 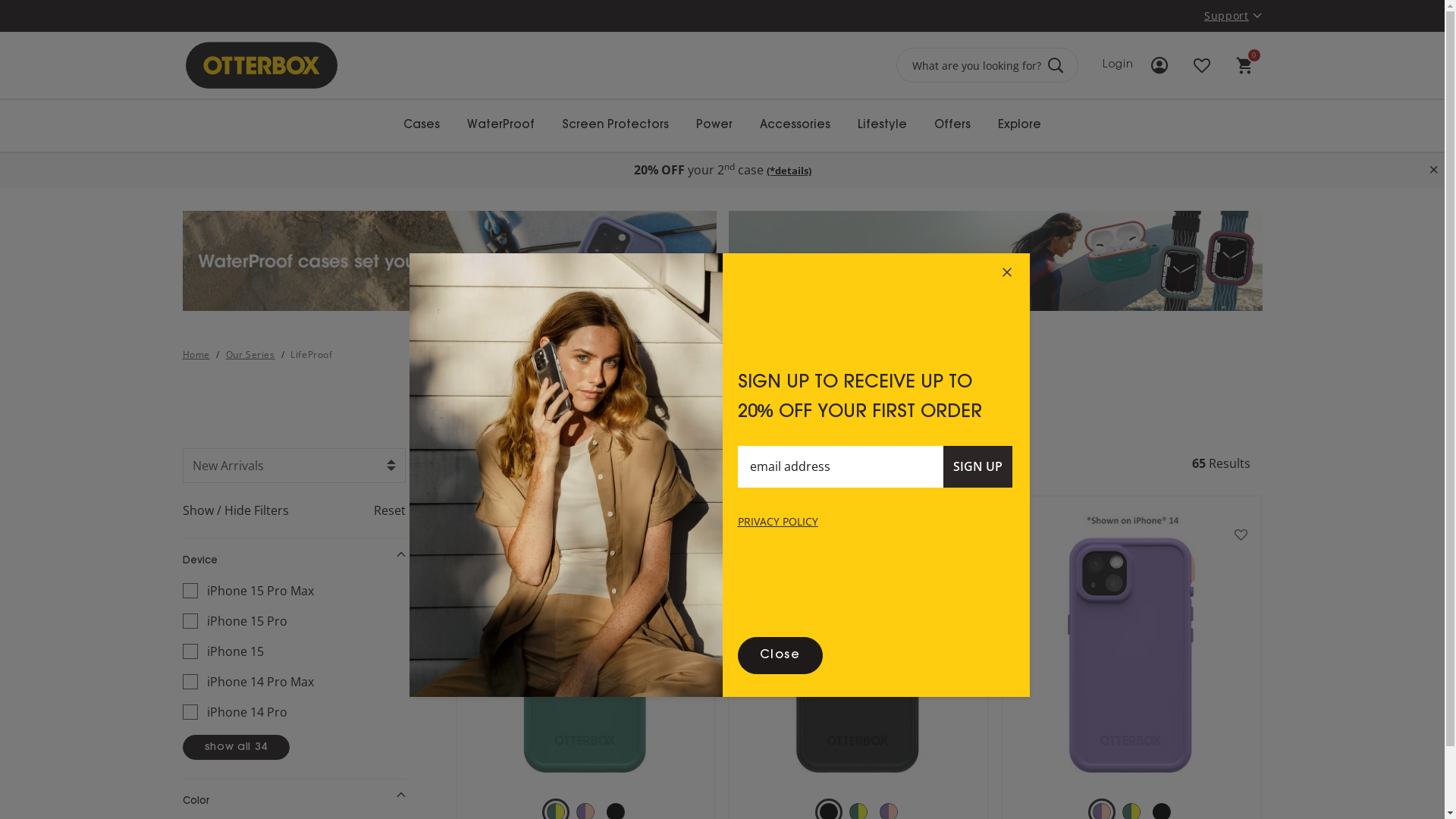 What do you see at coordinates (952, 124) in the screenshot?
I see `'Offers'` at bounding box center [952, 124].